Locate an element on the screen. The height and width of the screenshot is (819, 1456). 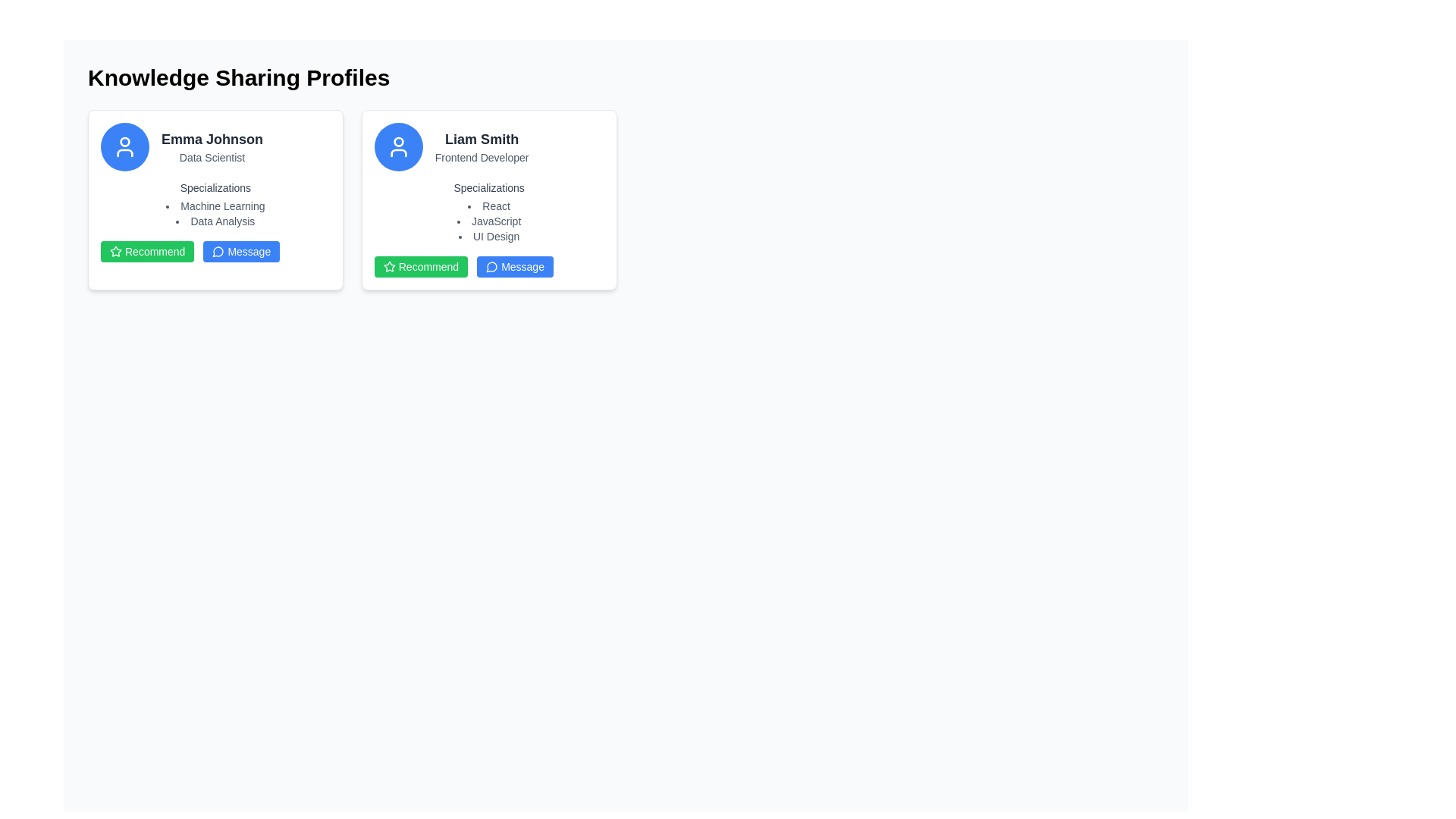
the text label 'Data Analysis' in the bulleted list under 'Machine Learning' within the 'Emma Johnson' card is located at coordinates (215, 221).